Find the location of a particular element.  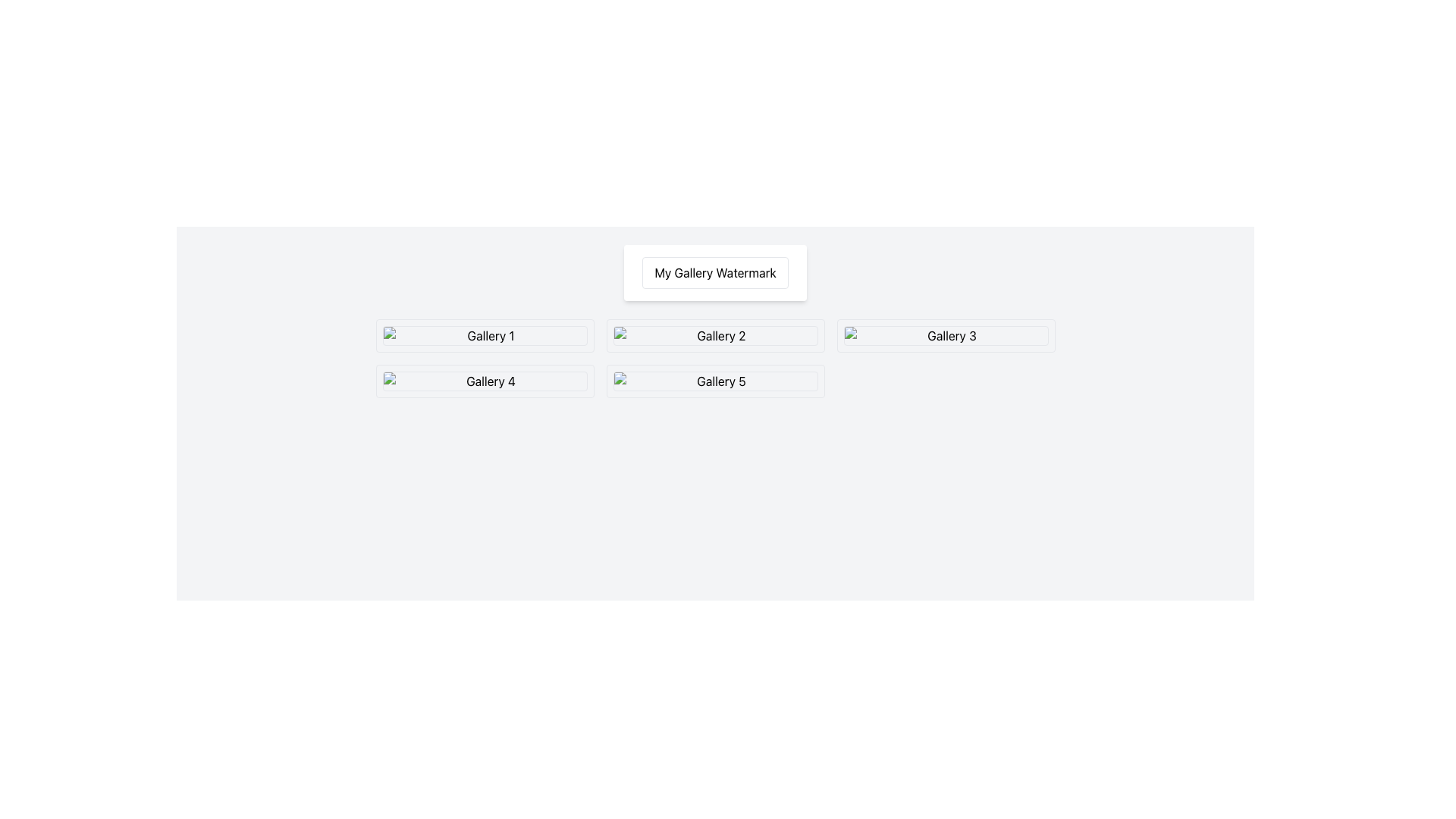

the image element representing the fifth gallery item, which is the leftmost element in its card-like layout is located at coordinates (714, 380).